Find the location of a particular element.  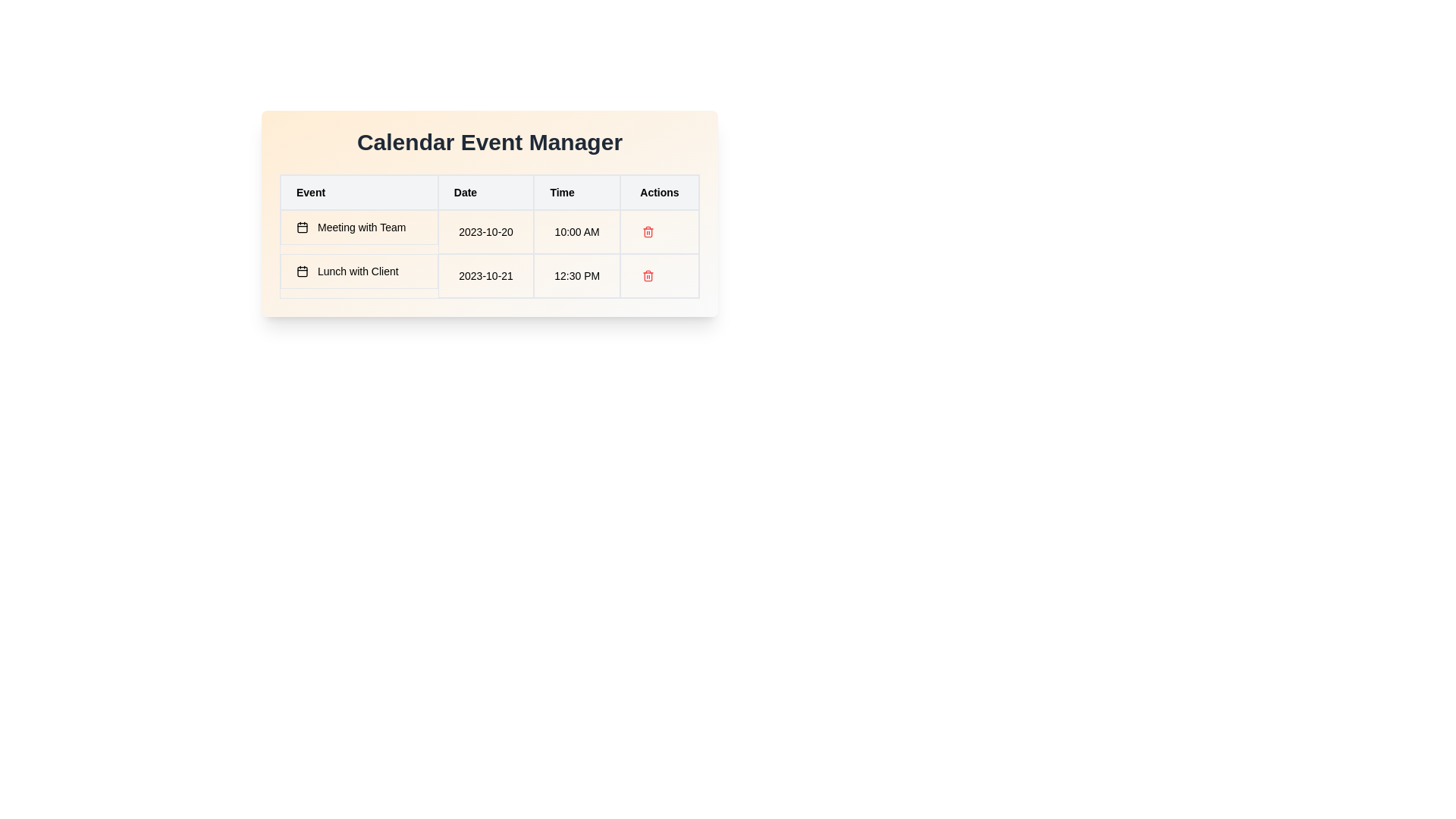

the delete button in the second row of the grid layout under the 'Actions' column, which corresponds to the 'Lunch with Client' event, to receive potential visual feedback is located at coordinates (659, 275).